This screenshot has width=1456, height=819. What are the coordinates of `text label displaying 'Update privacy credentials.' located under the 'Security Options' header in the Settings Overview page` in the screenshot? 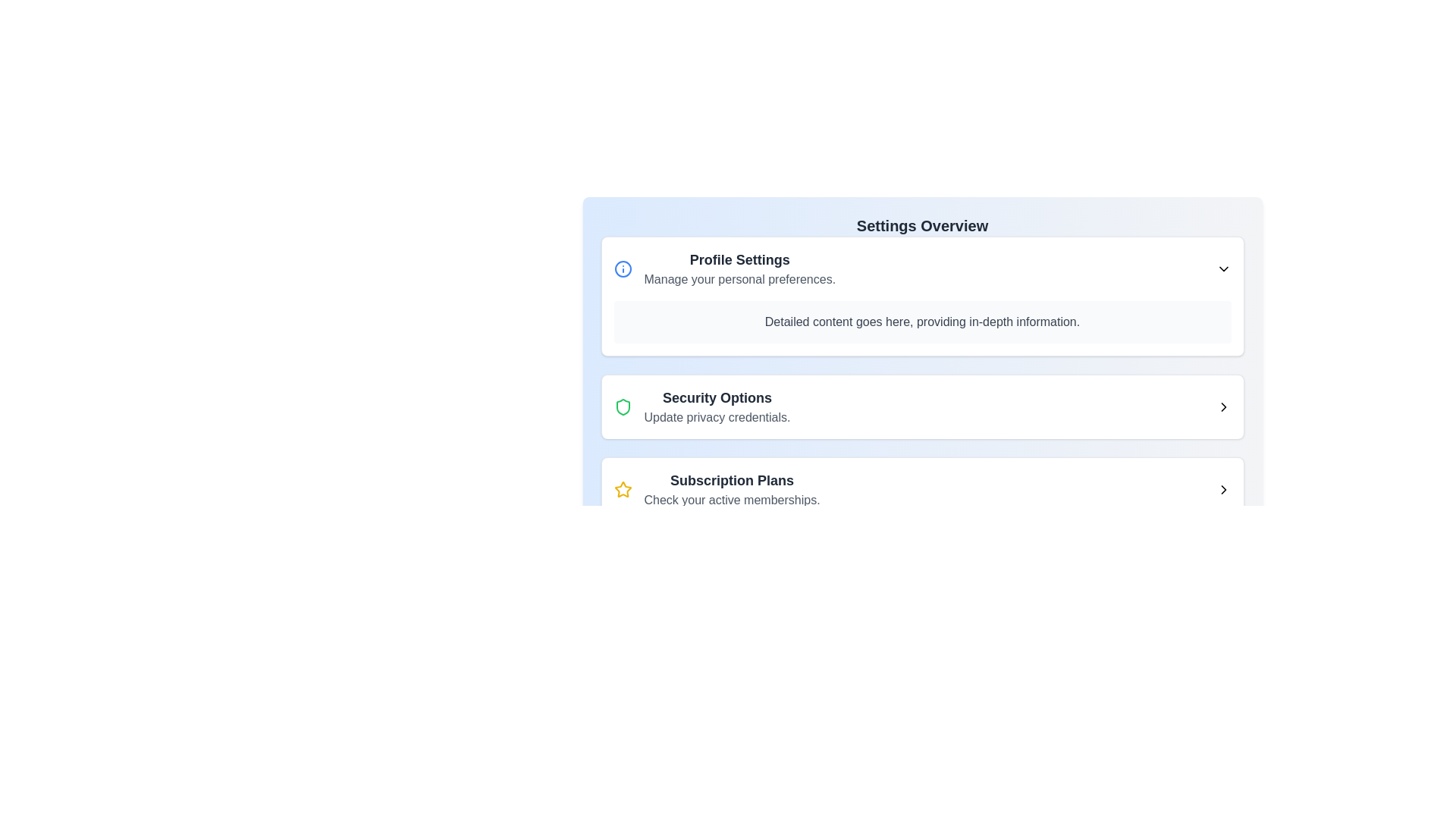 It's located at (716, 418).